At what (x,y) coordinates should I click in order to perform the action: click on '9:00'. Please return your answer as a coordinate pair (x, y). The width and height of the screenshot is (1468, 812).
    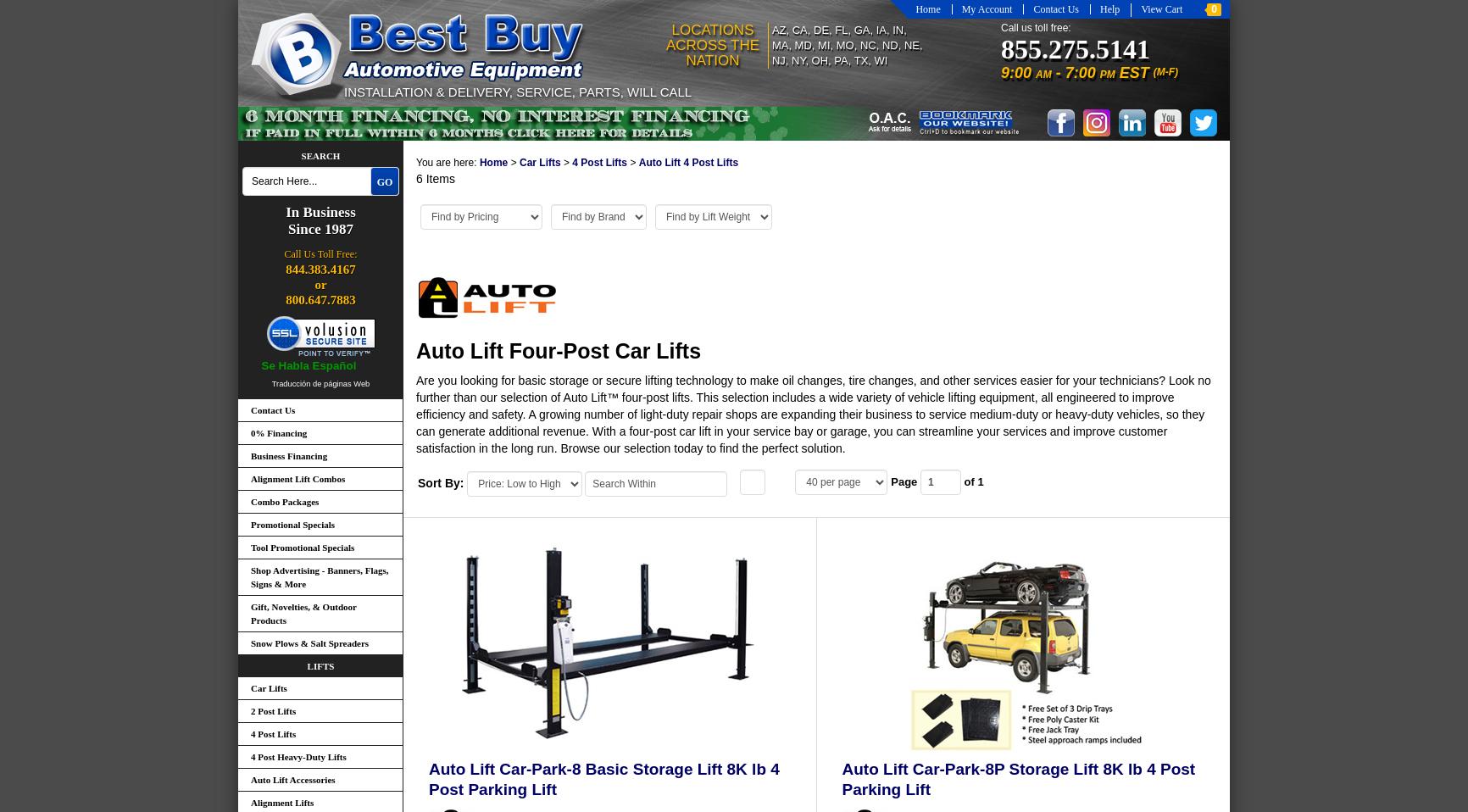
    Looking at the image, I should click on (1017, 73).